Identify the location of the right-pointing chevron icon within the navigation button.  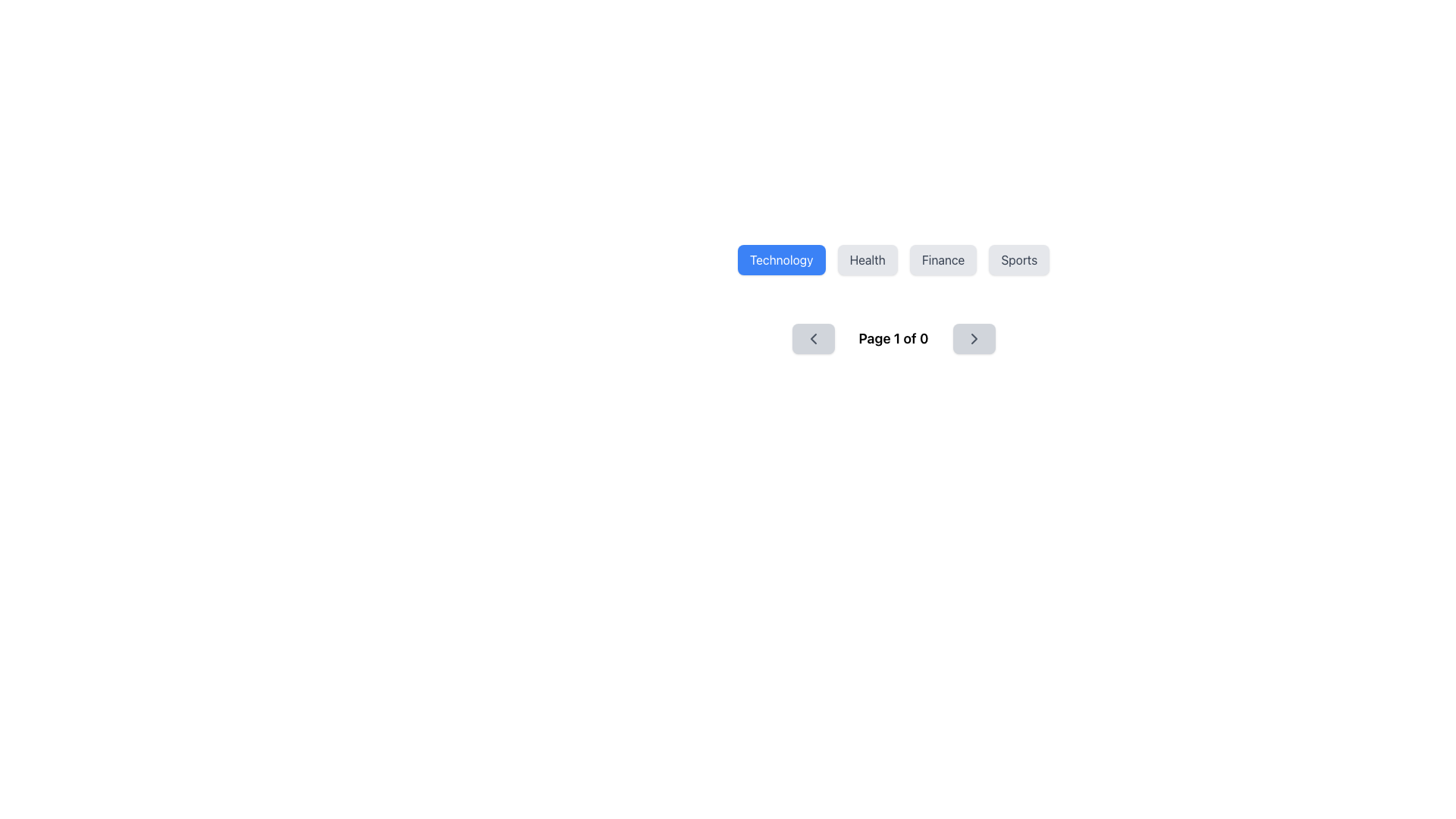
(974, 338).